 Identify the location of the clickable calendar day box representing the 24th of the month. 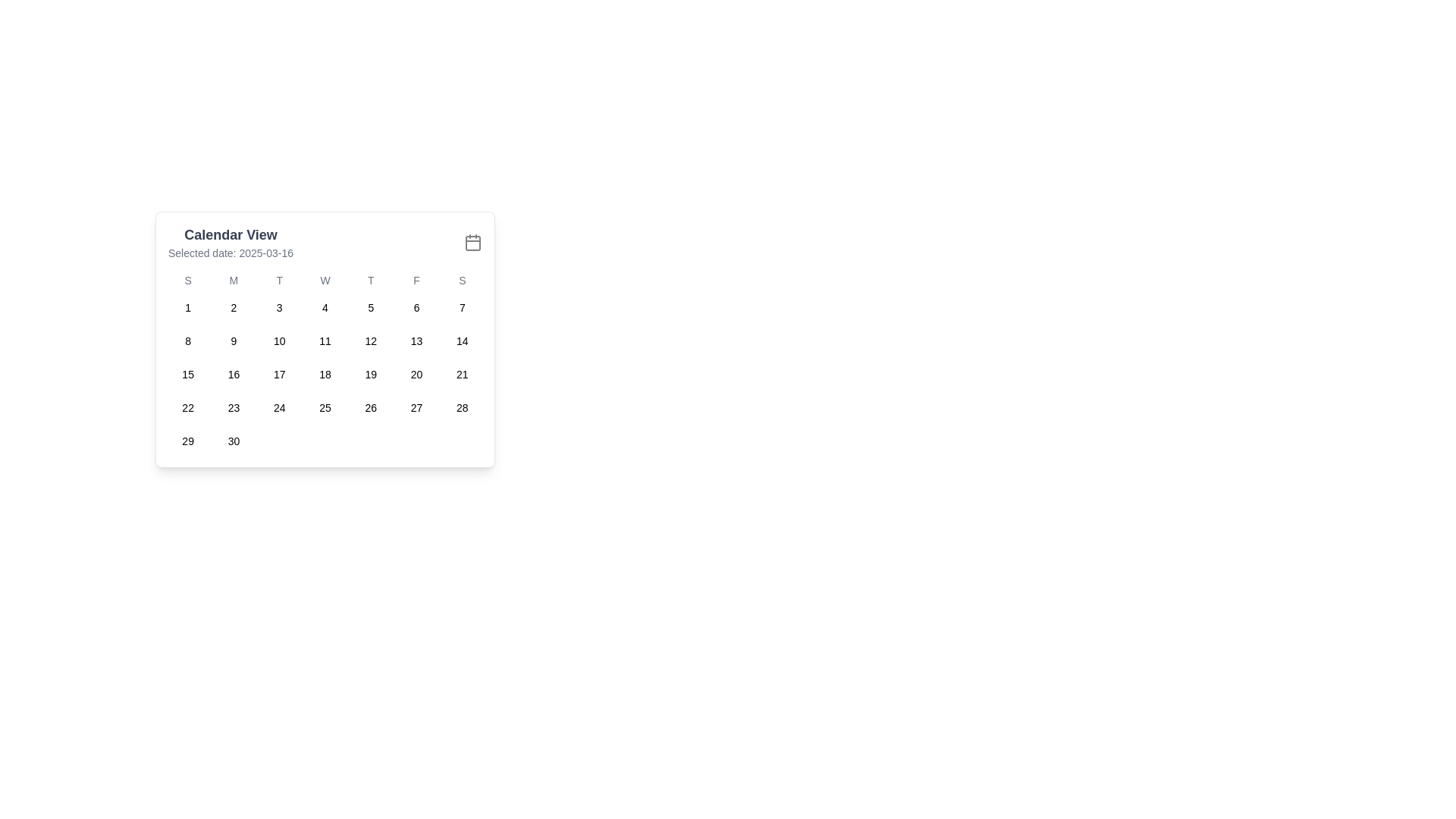
(279, 406).